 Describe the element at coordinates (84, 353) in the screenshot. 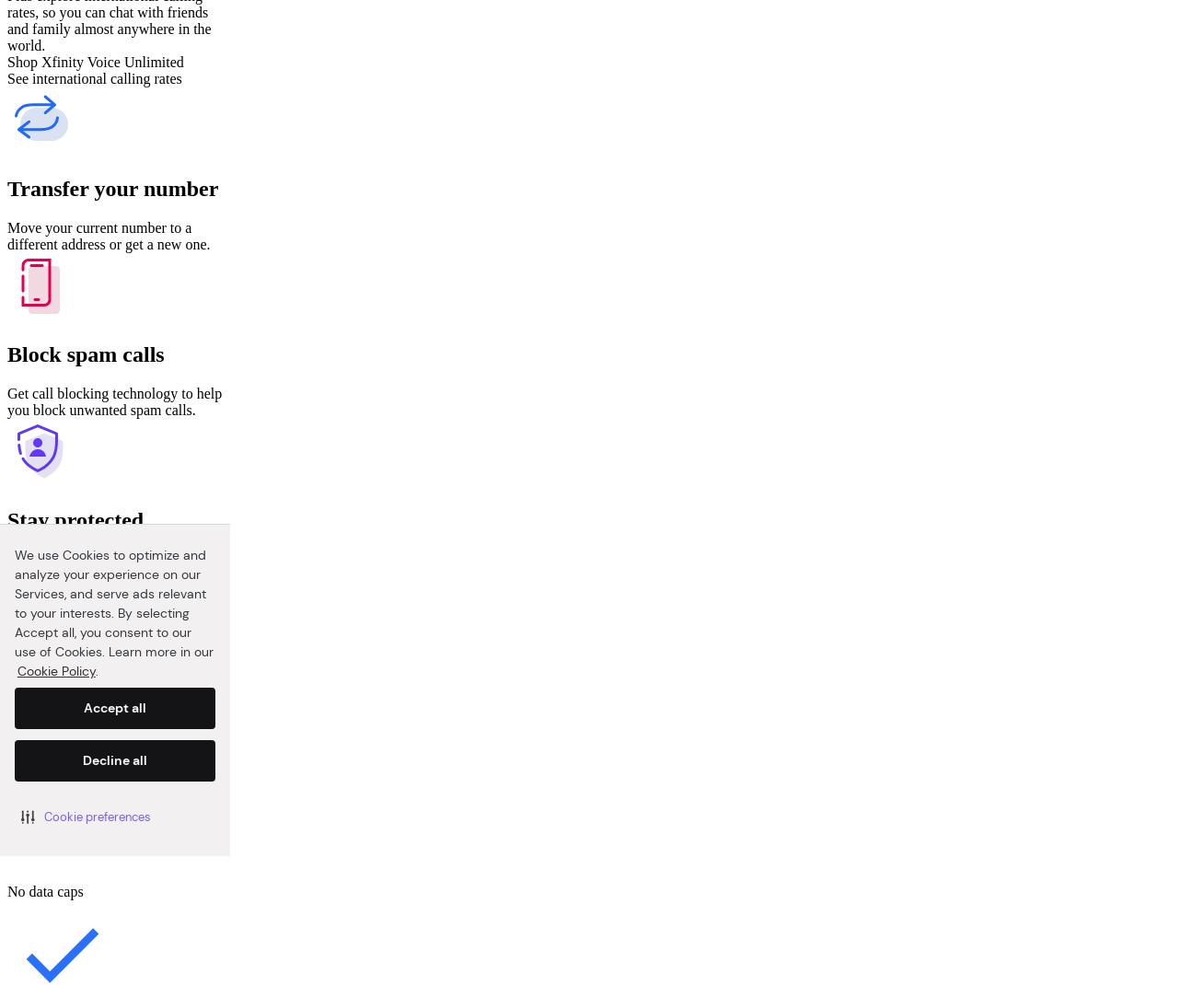

I see `'Block spam calls'` at that location.